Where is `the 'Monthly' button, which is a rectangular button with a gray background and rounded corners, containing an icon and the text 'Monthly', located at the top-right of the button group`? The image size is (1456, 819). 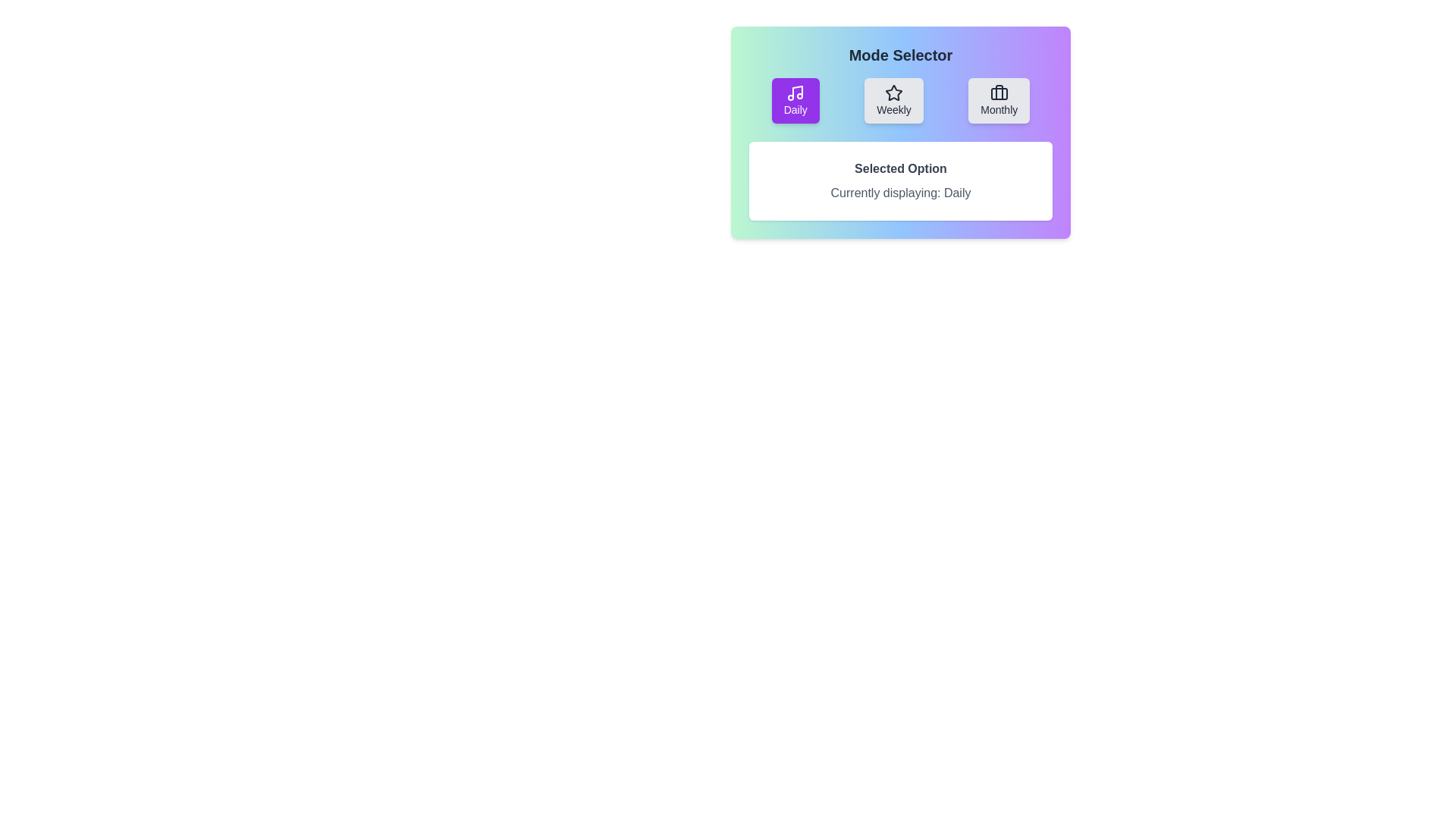
the 'Monthly' button, which is a rectangular button with a gray background and rounded corners, containing an icon and the text 'Monthly', located at the top-right of the button group is located at coordinates (999, 100).